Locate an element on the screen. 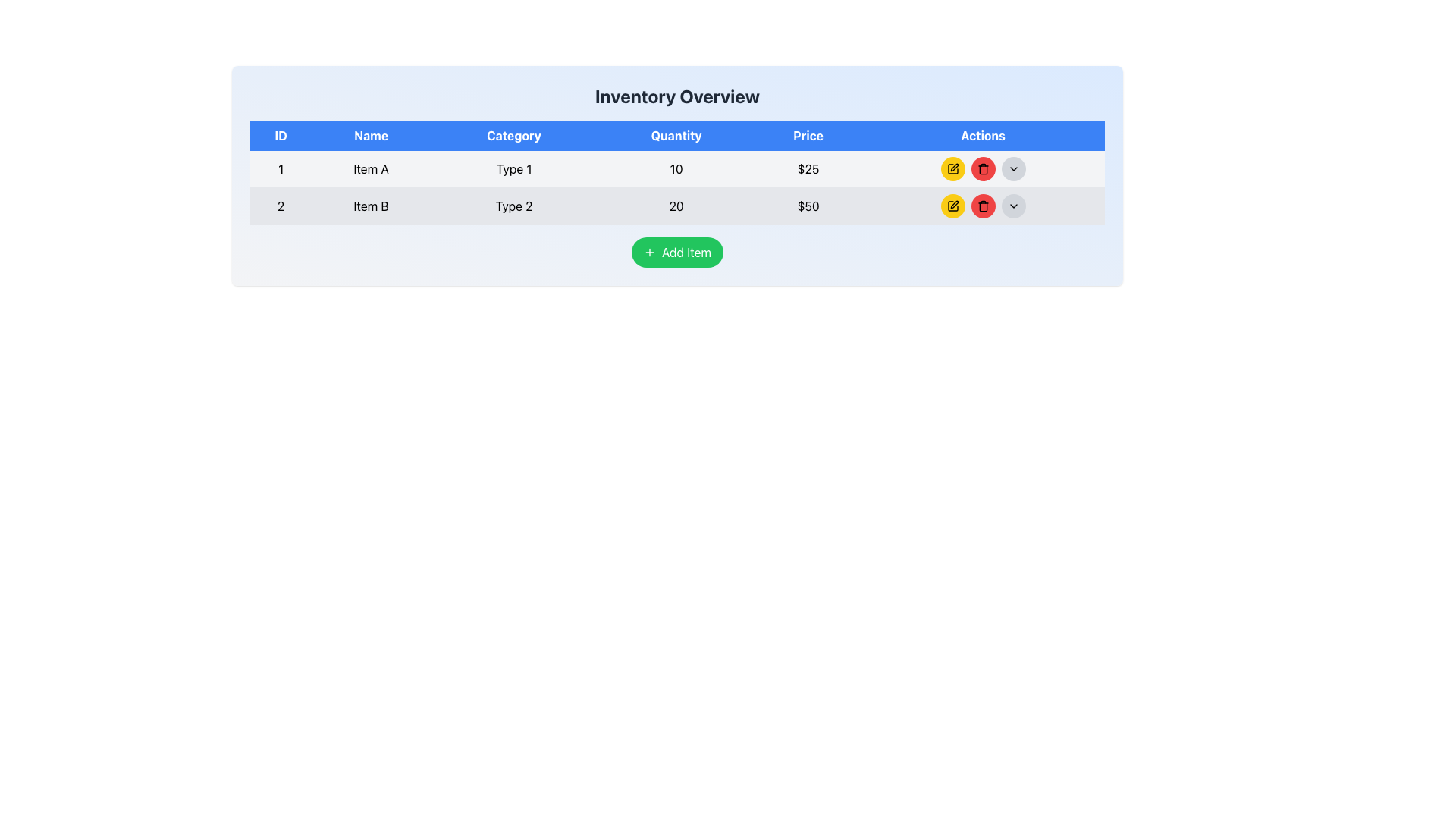  the Table Header Cell labeled 'Quantity' is located at coordinates (676, 134).